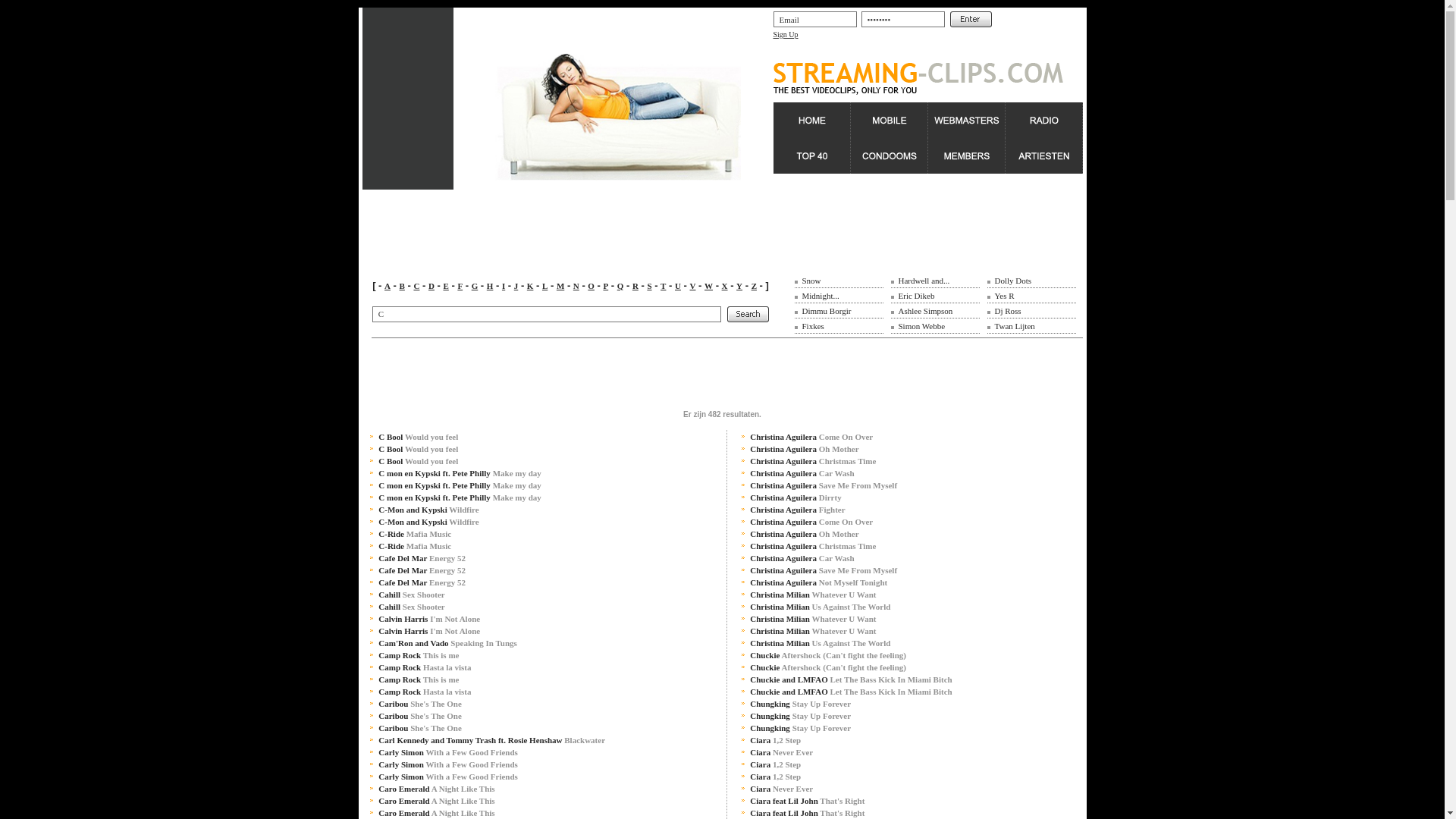 The height and width of the screenshot is (819, 1456). Describe the element at coordinates (447, 643) in the screenshot. I see `'Cam'Ron and Vado Speaking In Tungs'` at that location.